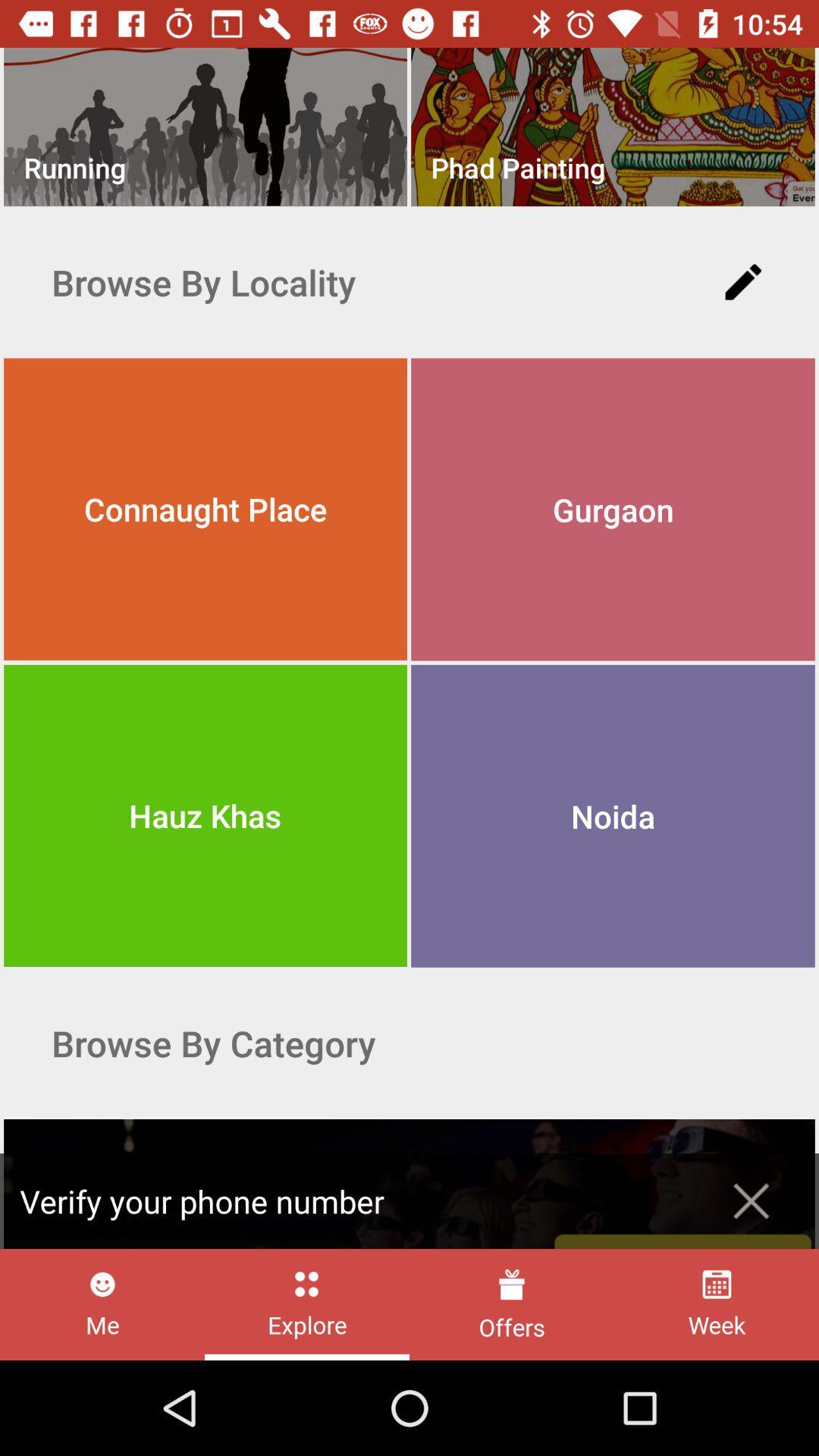 This screenshot has height=1456, width=819. I want to click on the item to the left of offers item, so click(307, 1304).